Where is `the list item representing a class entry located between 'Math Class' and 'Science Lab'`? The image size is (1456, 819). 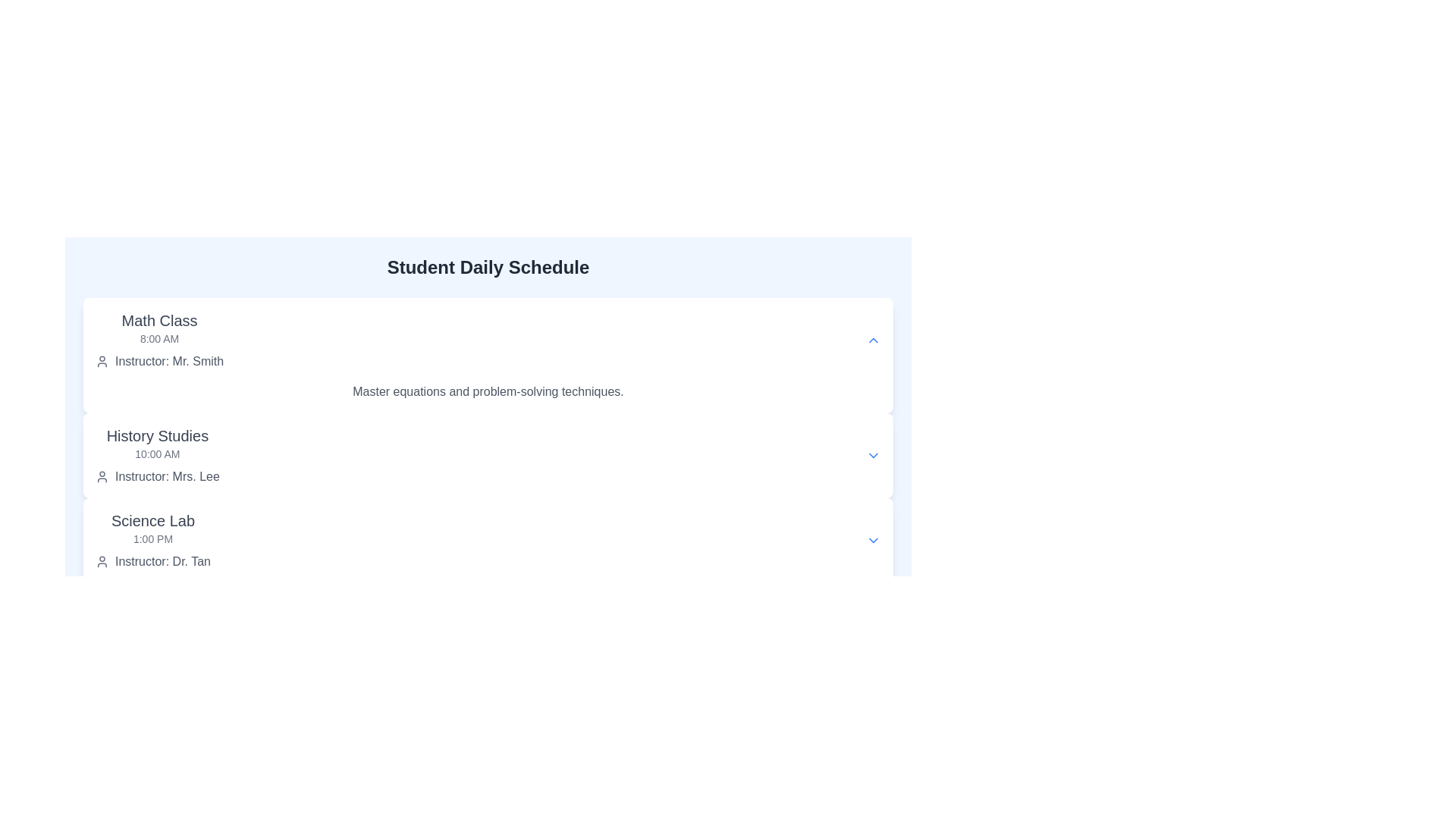 the list item representing a class entry located between 'Math Class' and 'Science Lab' is located at coordinates (157, 455).